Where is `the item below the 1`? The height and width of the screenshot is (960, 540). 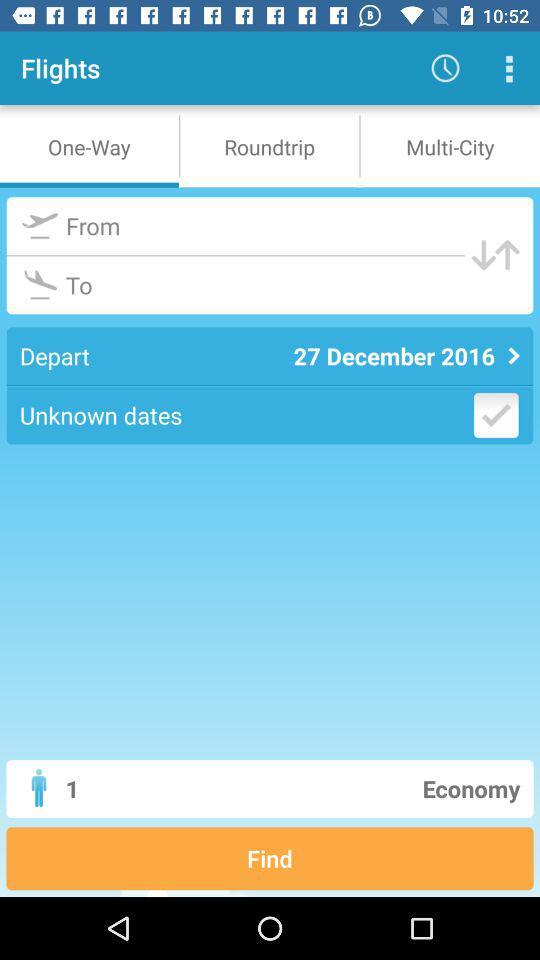 the item below the 1 is located at coordinates (270, 857).